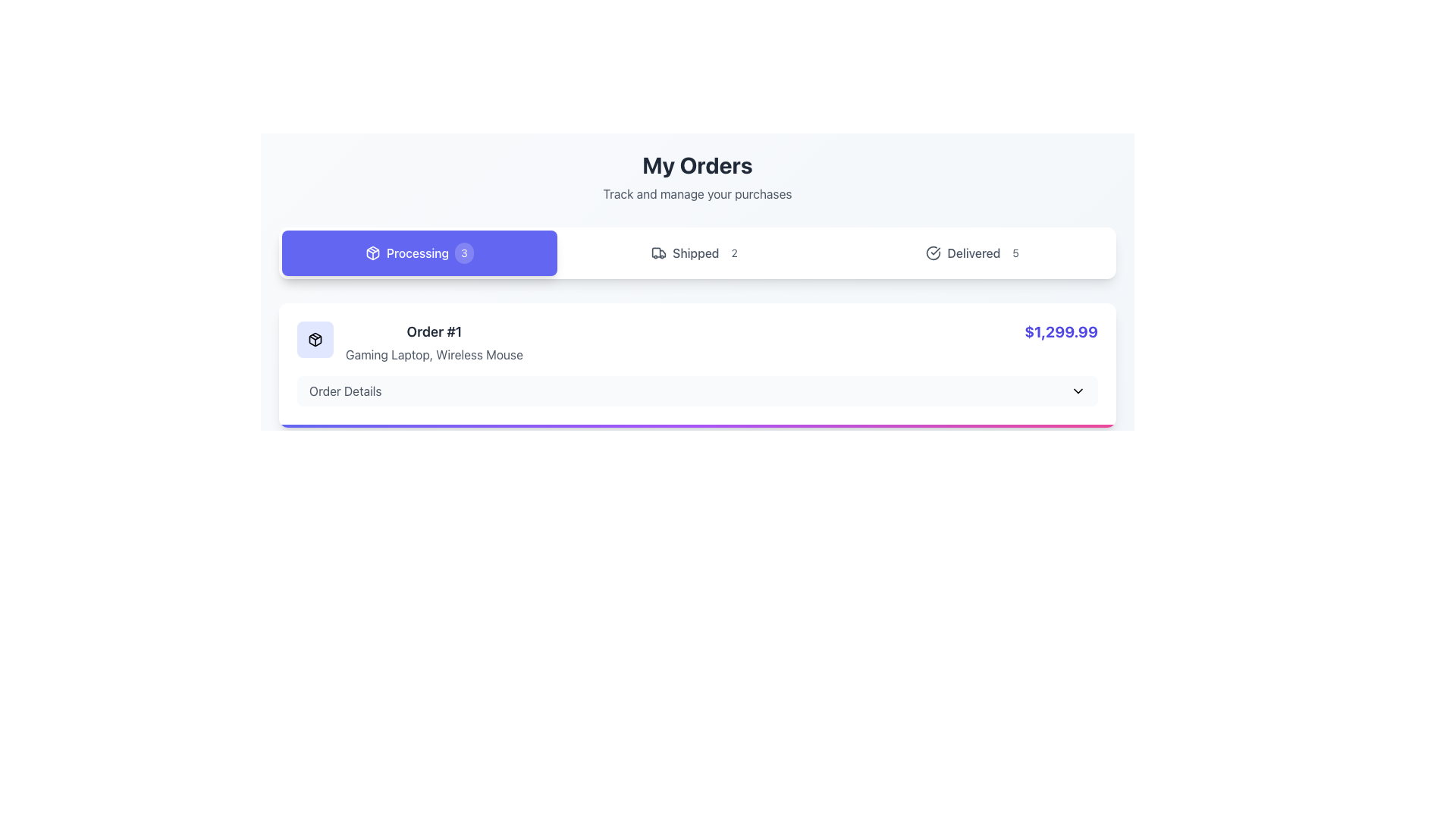 This screenshot has width=1456, height=819. What do you see at coordinates (697, 253) in the screenshot?
I see `the 'Shipped' tab, which is the second tab in a horizontal stack of three, located between 'Processing' and 'Delivered'` at bounding box center [697, 253].